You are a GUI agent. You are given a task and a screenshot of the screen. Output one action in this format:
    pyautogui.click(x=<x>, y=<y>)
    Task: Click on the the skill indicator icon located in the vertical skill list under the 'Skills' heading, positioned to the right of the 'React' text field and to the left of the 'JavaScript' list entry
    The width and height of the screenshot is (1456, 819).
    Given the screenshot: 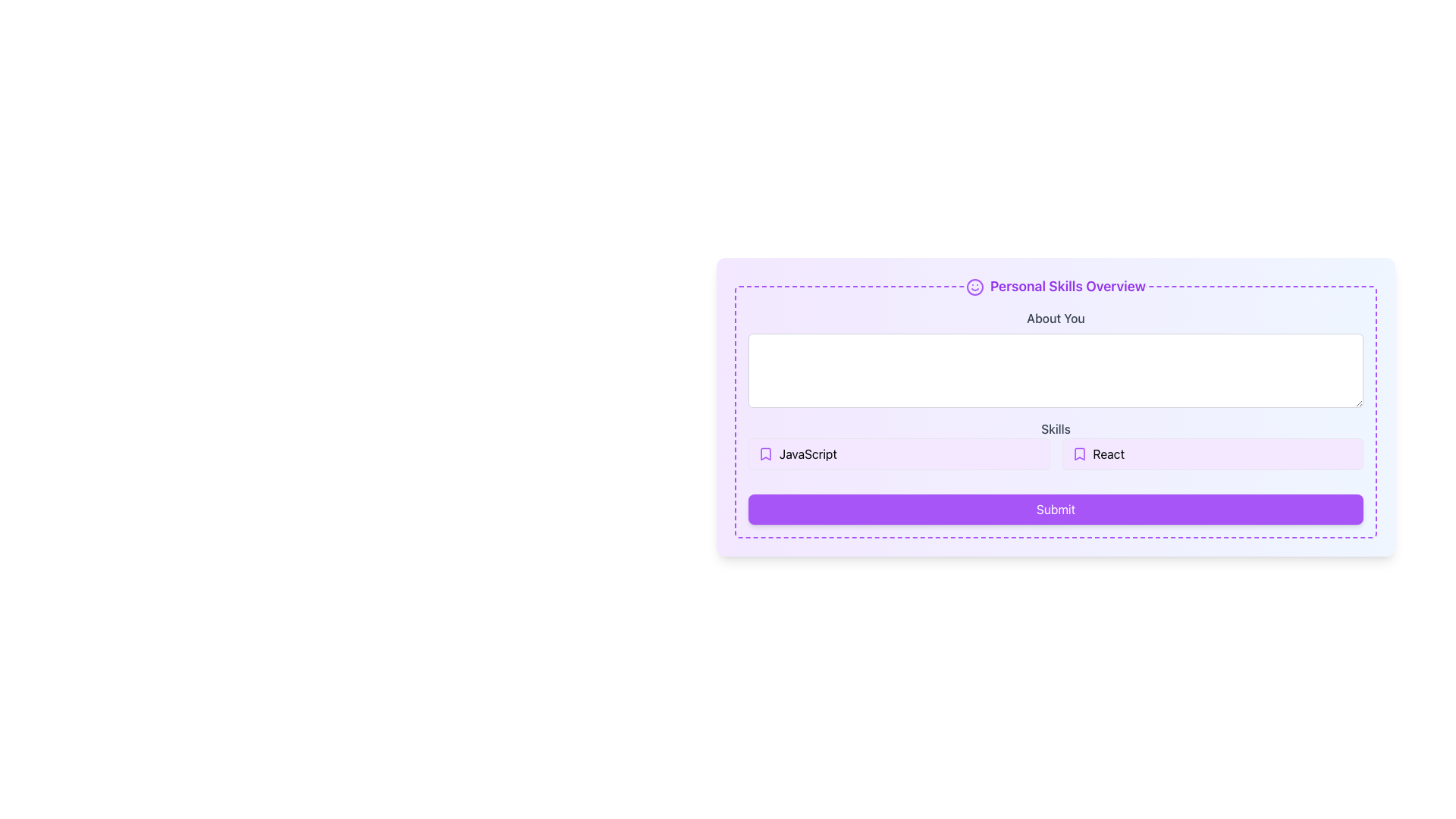 What is the action you would take?
    pyautogui.click(x=765, y=453)
    